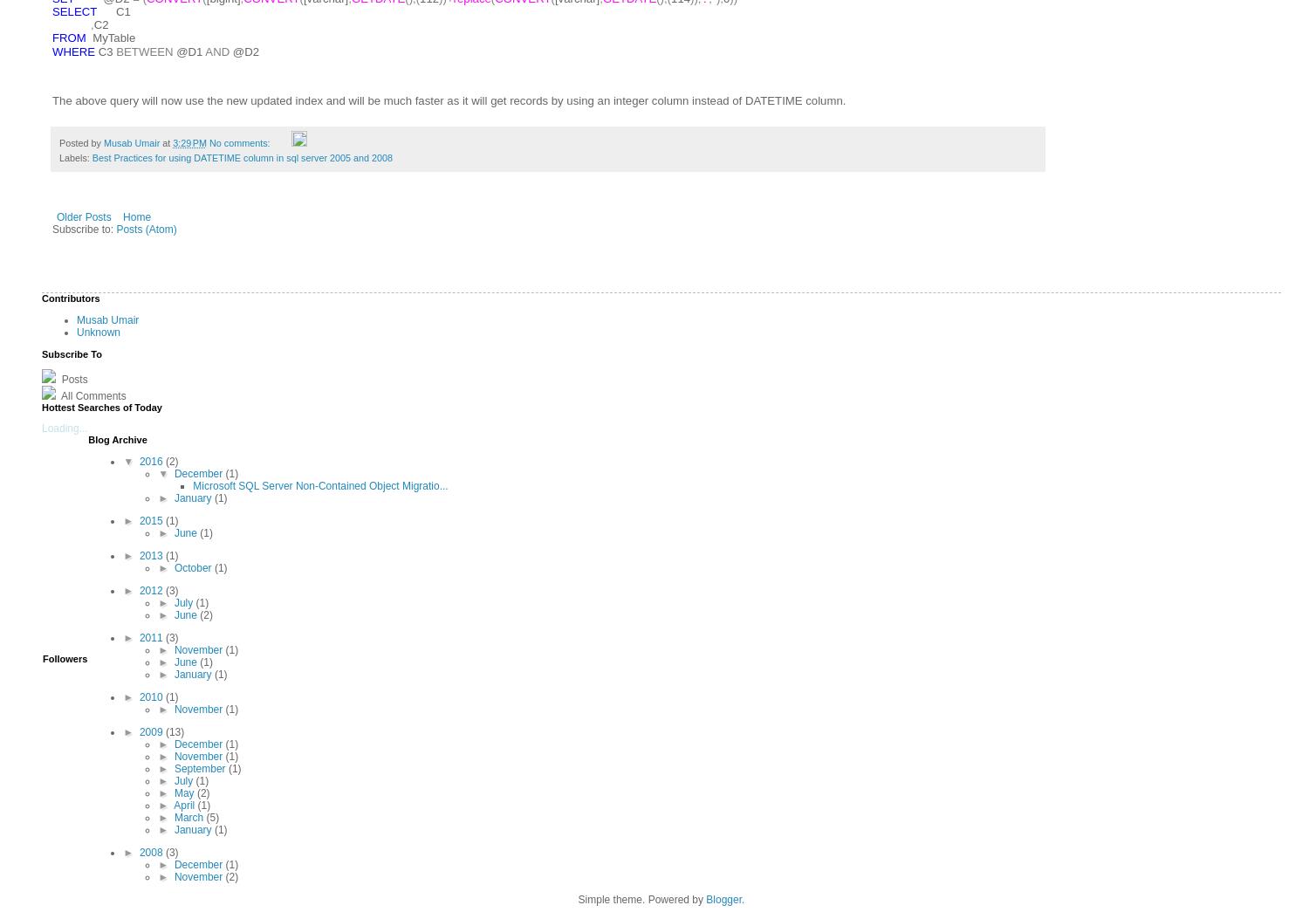 This screenshot has width=1316, height=919. What do you see at coordinates (188, 141) in the screenshot?
I see `'3:29 PM'` at bounding box center [188, 141].